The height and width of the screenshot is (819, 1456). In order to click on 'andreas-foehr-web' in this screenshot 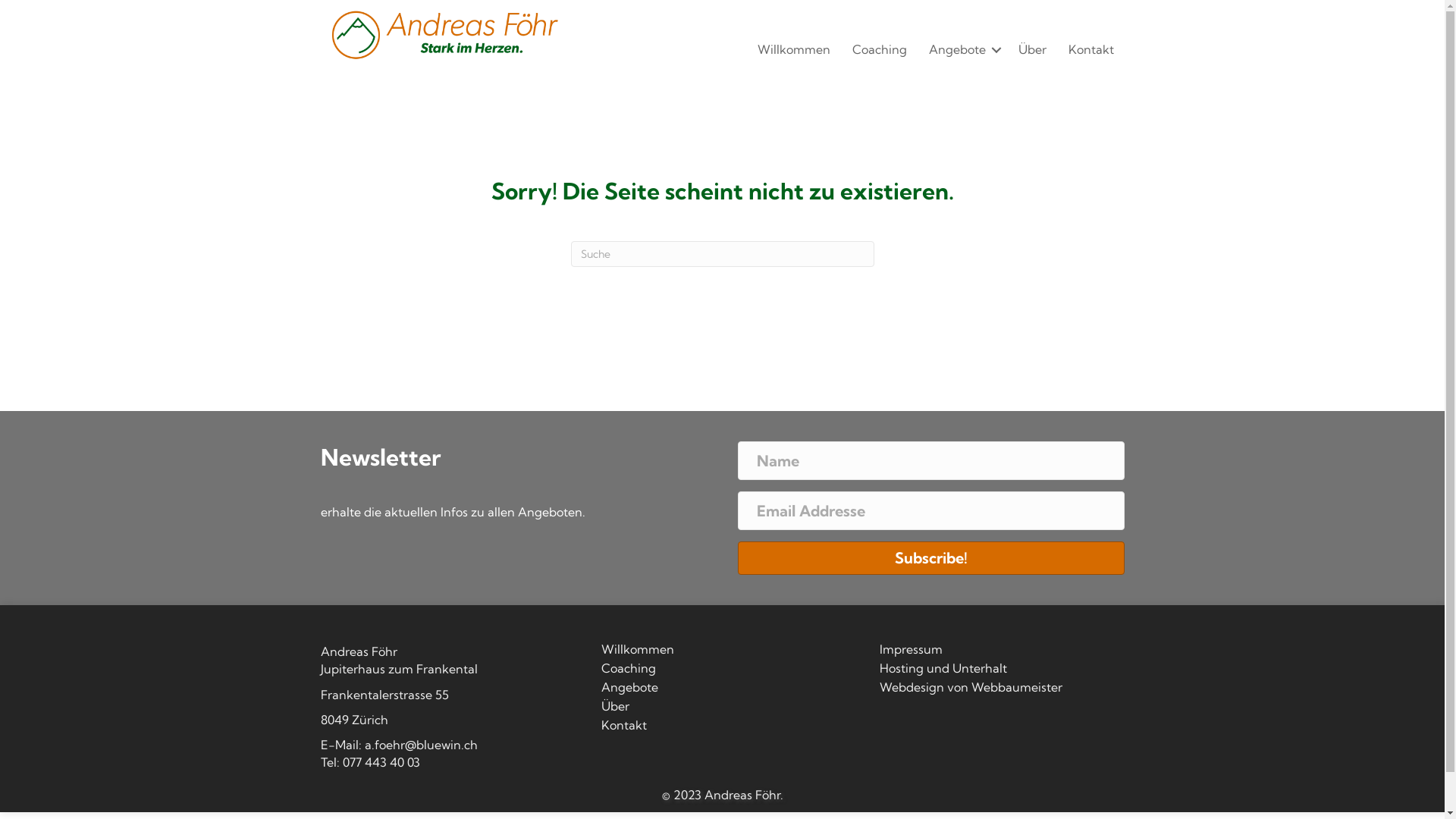, I will do `click(442, 34)`.